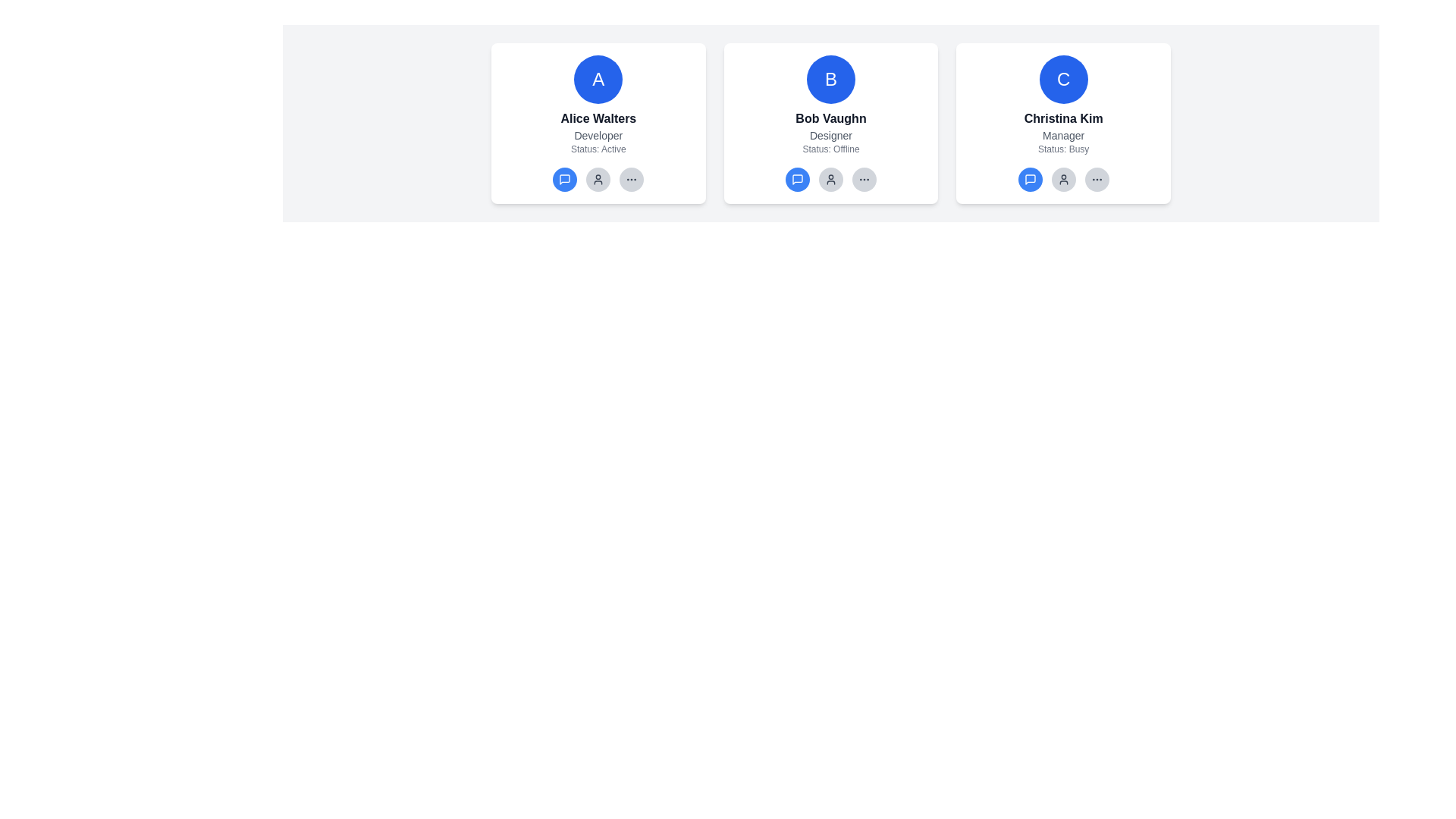  Describe the element at coordinates (1062, 178) in the screenshot. I see `the user-profile management button located on the right side in the row below the profile card labeled 'Christina Kim, Manager, Status: Busy'. It is the second button from the left` at that location.